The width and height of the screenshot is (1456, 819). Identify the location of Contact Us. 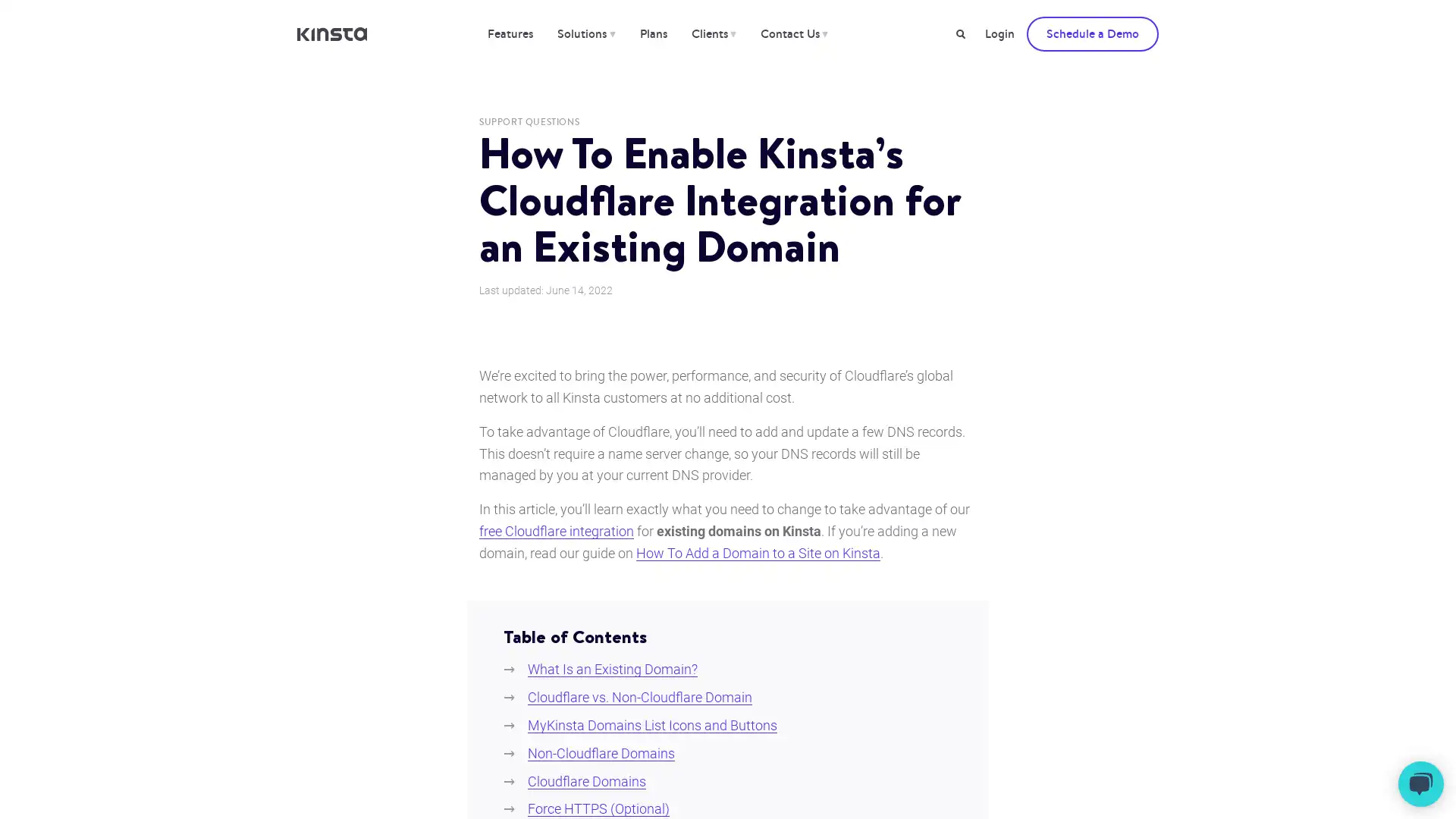
(792, 33).